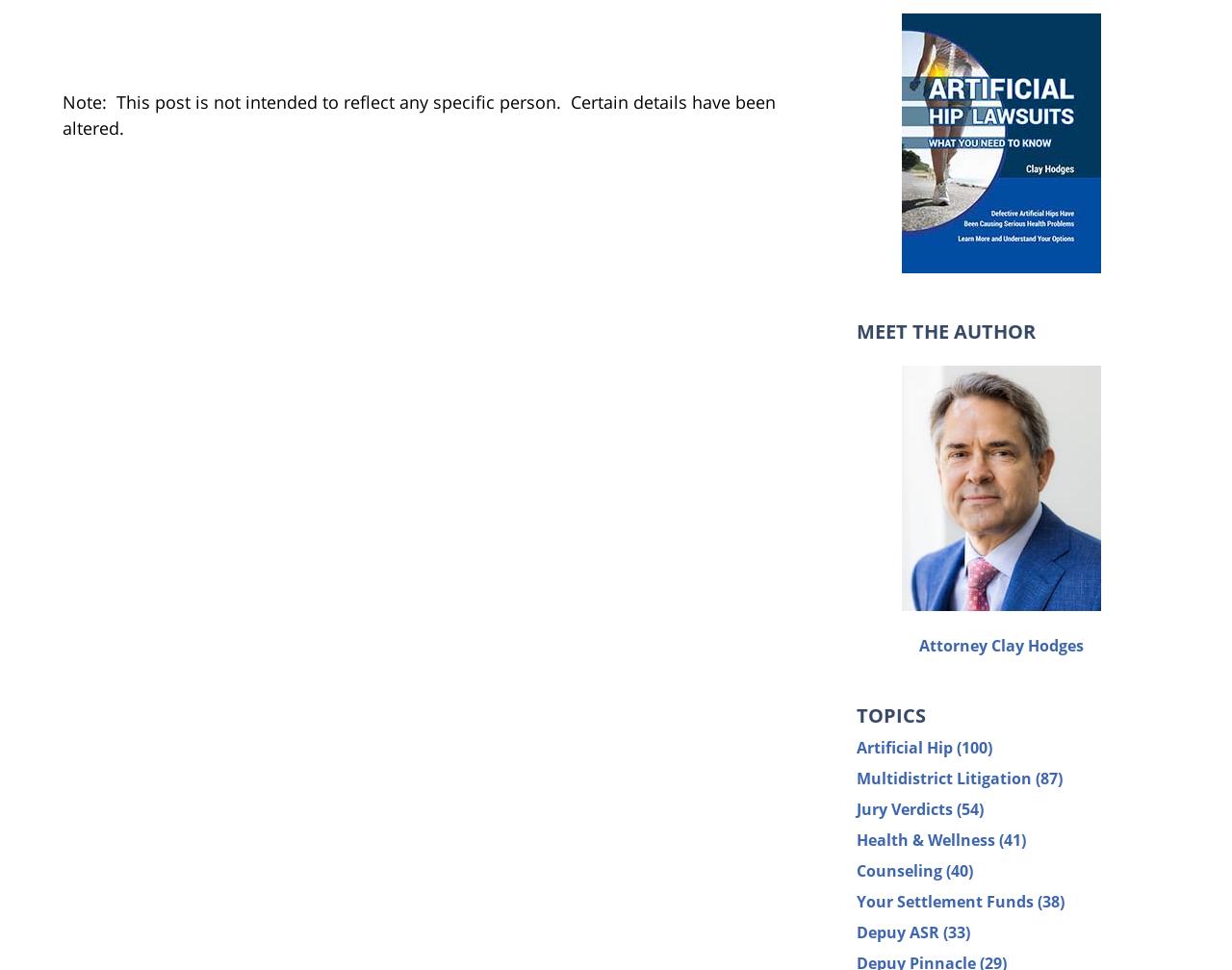  What do you see at coordinates (889, 714) in the screenshot?
I see `'Topics'` at bounding box center [889, 714].